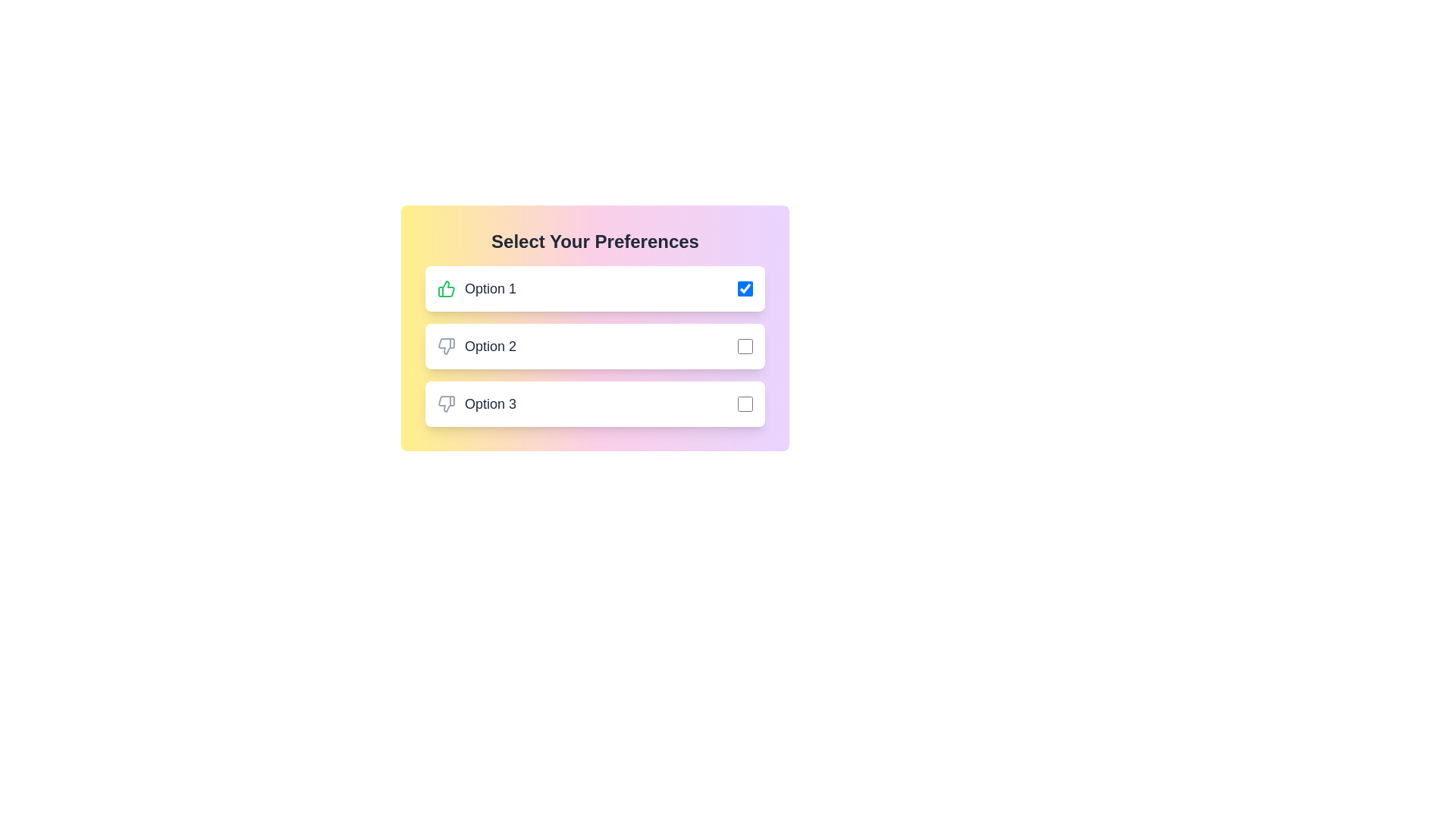 This screenshot has width=1456, height=819. Describe the element at coordinates (446, 289) in the screenshot. I see `the non-interactive graphical representation icon located on the left side of 'Option 1'` at that location.